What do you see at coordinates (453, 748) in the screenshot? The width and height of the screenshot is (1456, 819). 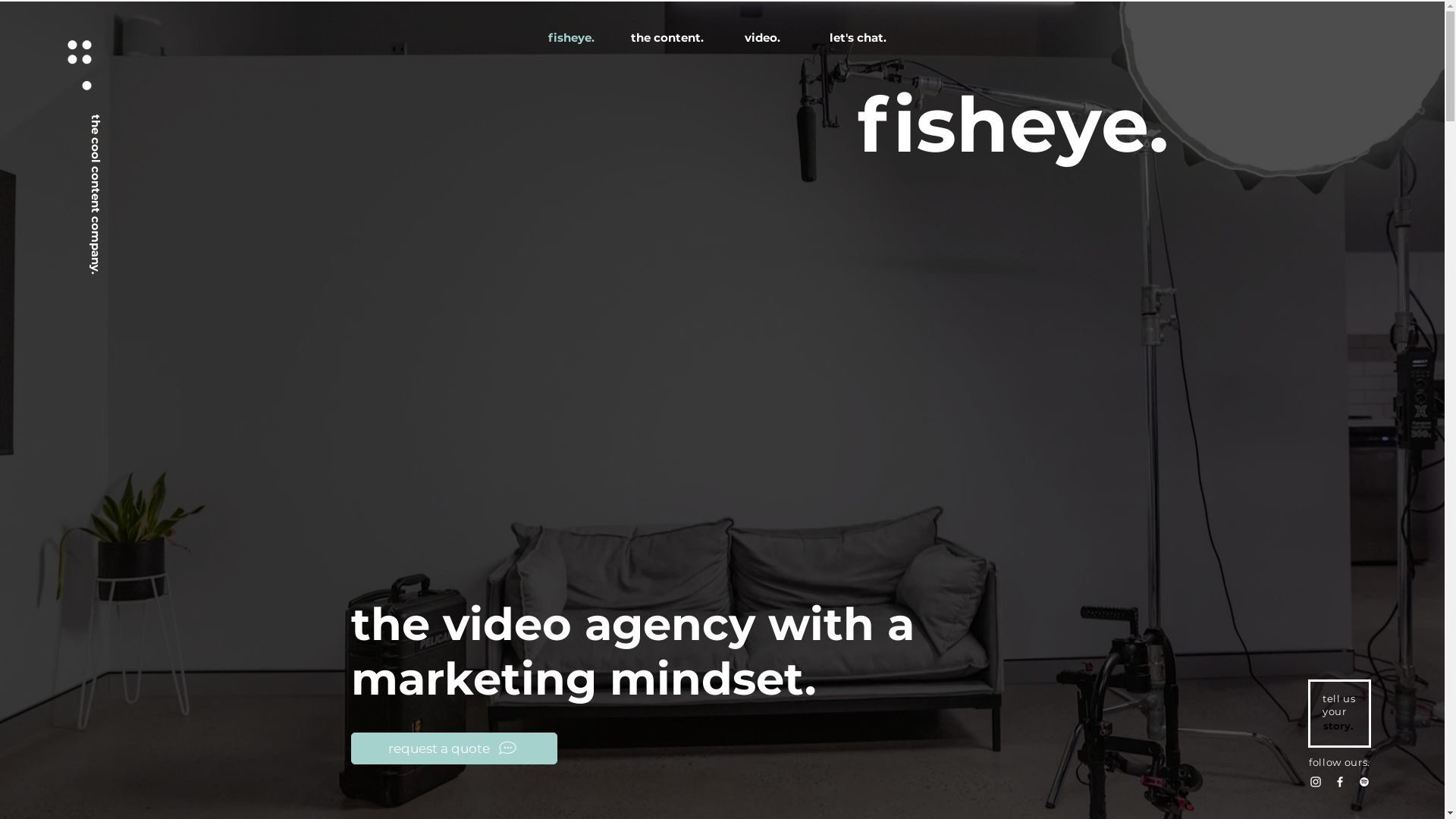 I see `'request a quote'` at bounding box center [453, 748].